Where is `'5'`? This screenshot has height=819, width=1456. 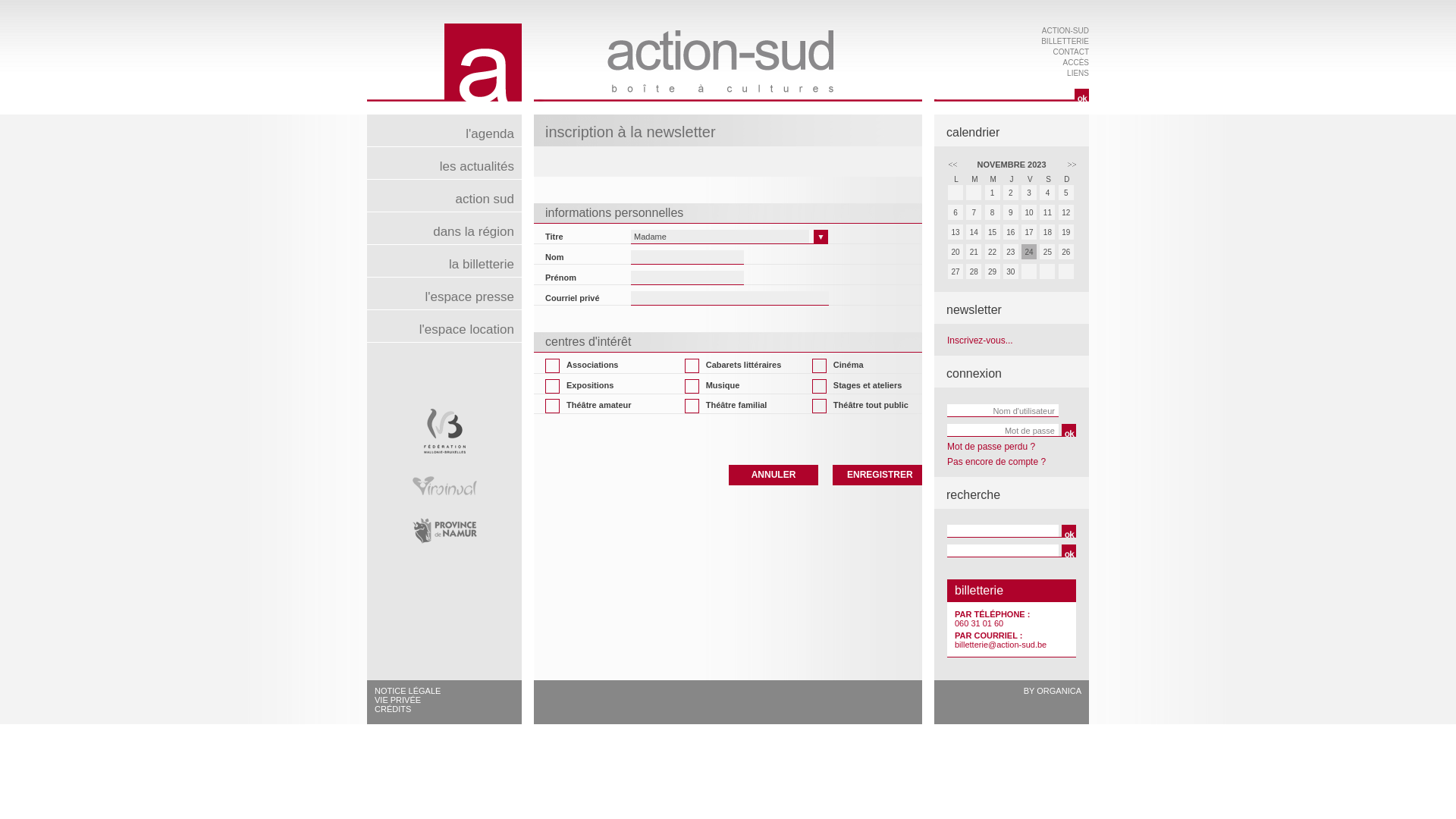
'5' is located at coordinates (1058, 192).